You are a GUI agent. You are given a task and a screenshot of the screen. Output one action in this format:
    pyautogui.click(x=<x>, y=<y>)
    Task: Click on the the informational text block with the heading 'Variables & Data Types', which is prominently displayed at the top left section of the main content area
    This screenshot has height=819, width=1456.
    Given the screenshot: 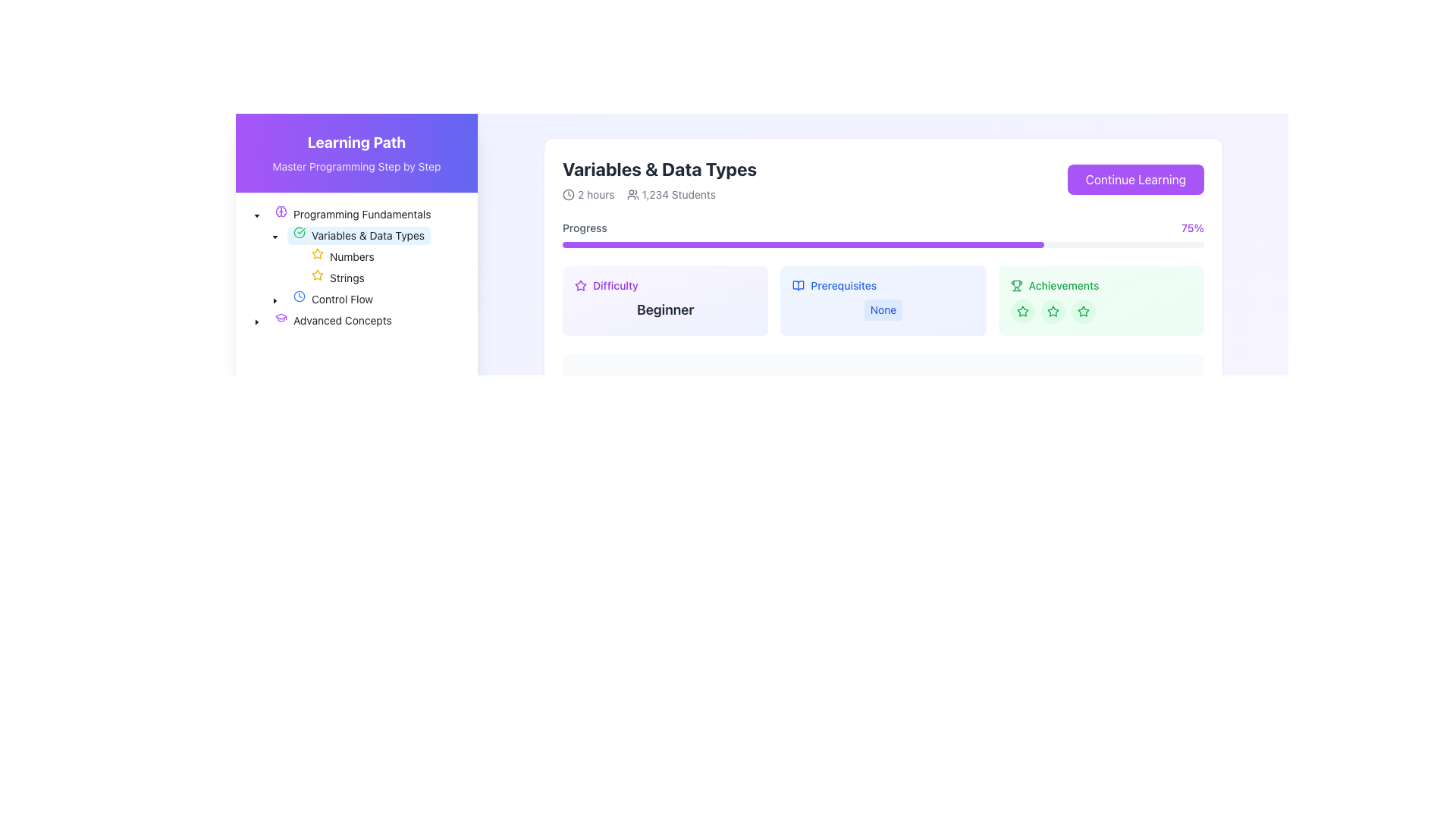 What is the action you would take?
    pyautogui.click(x=660, y=178)
    